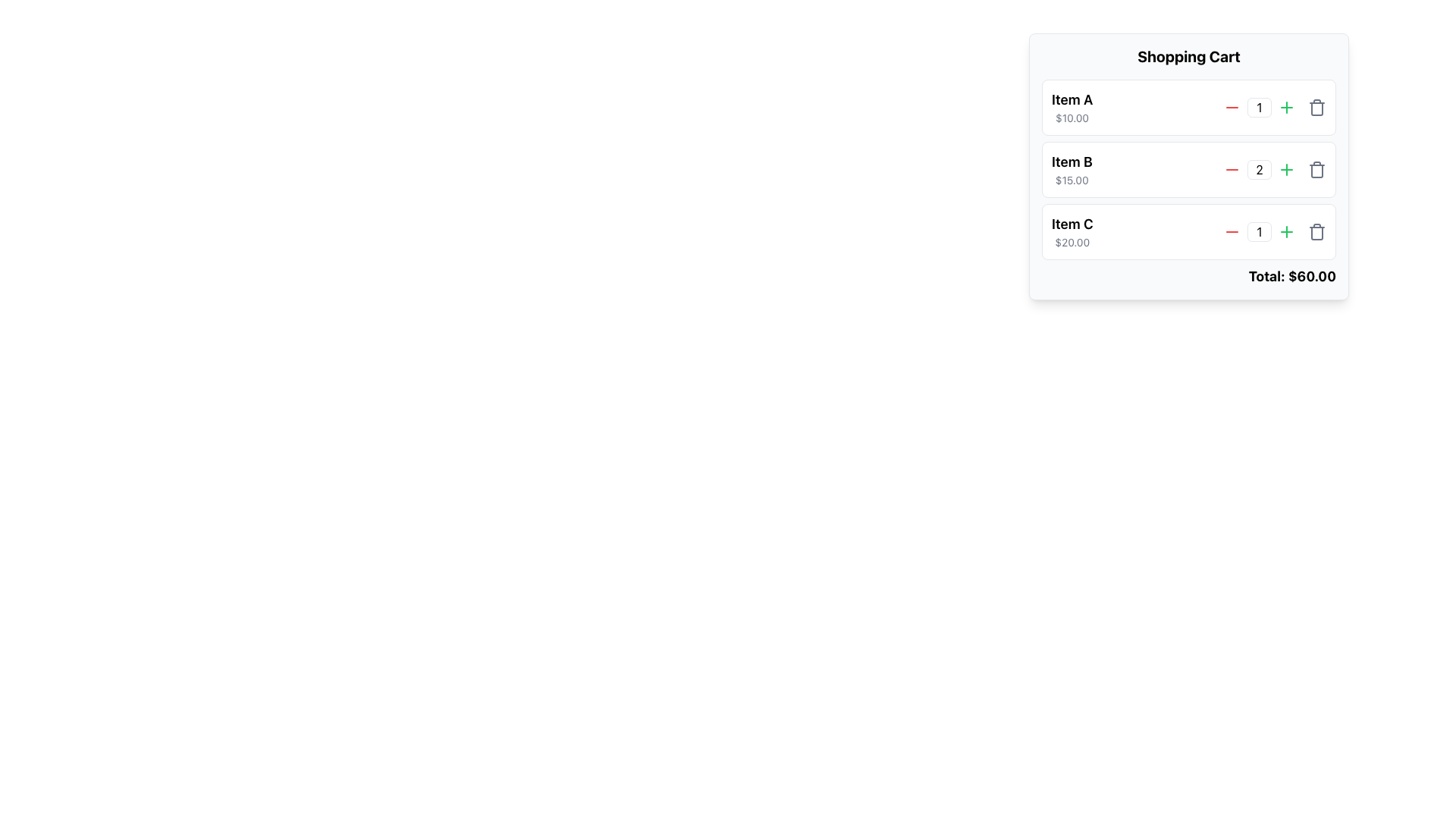 This screenshot has height=819, width=1456. Describe the element at coordinates (1071, 162) in the screenshot. I see `the Text Label for 'Item B' in the shopping cart to help identify the item being viewed or interacted with` at that location.